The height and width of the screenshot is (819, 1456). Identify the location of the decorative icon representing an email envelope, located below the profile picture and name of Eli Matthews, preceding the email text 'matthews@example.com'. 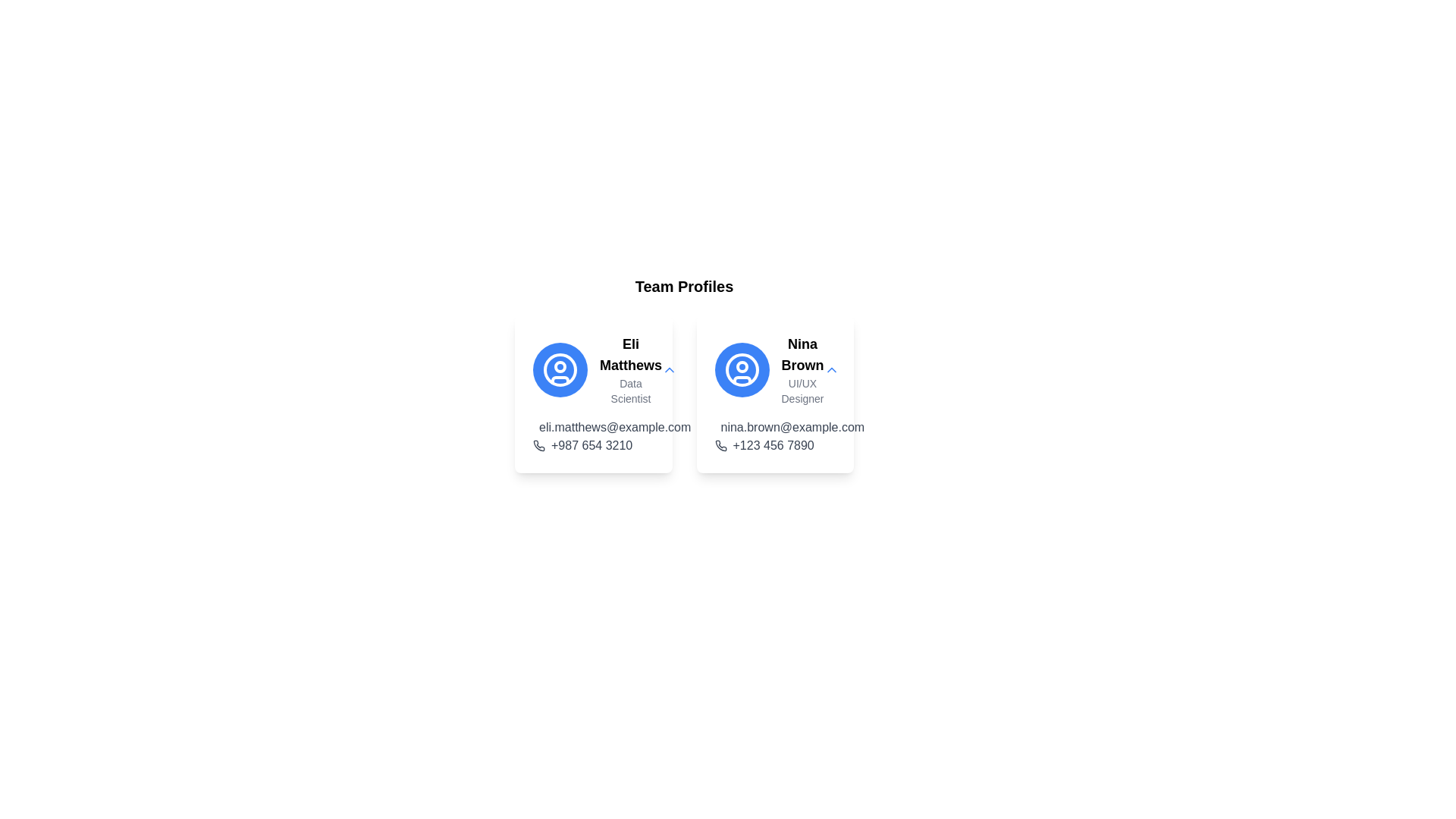
(542, 430).